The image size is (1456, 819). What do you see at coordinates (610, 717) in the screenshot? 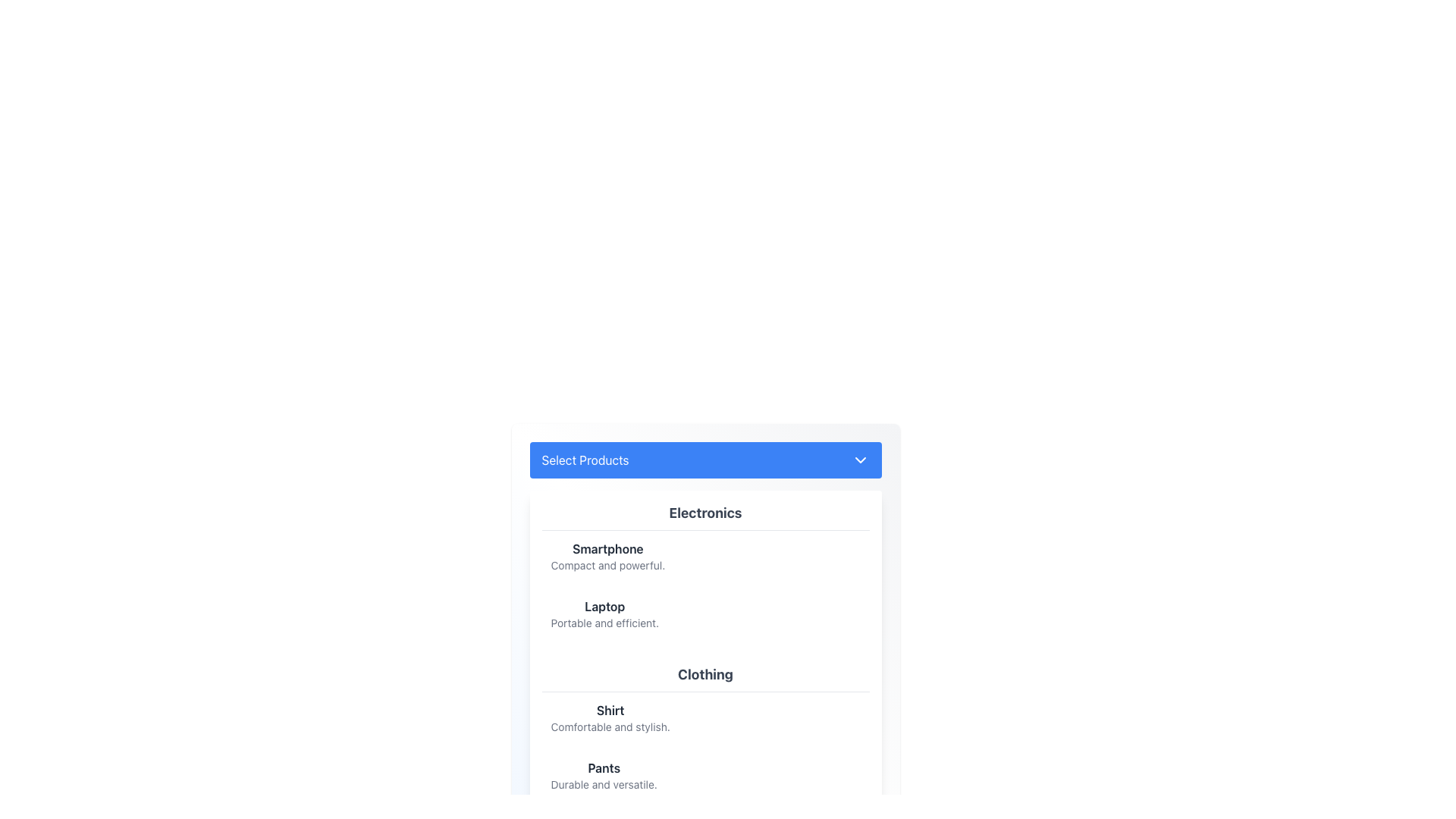
I see `product-related text element titled 'Shirt' which is located under the 'Clothing' section of the 'Select Products' dropdown menu, above the 'Pants' entry` at bounding box center [610, 717].